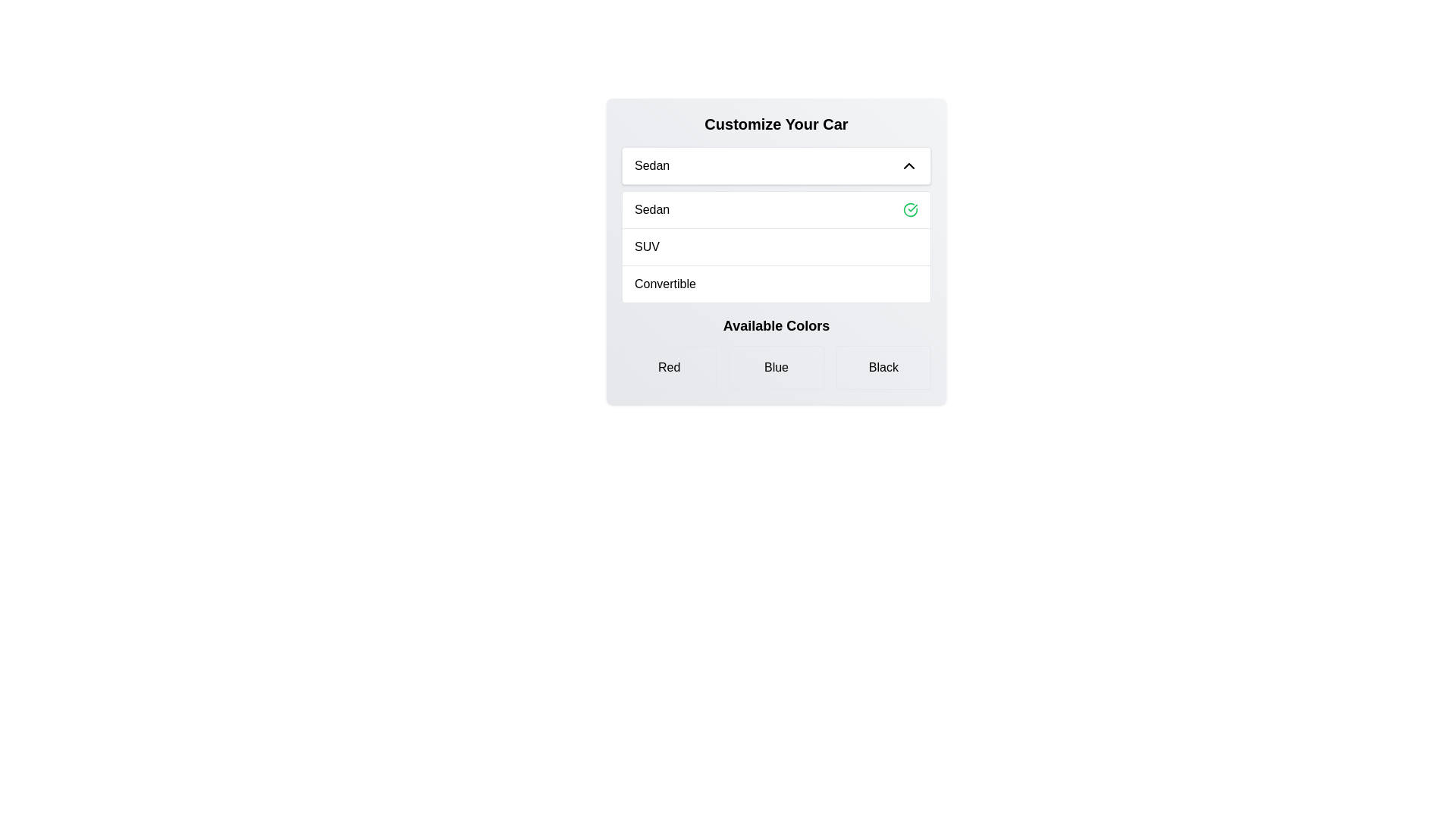 The width and height of the screenshot is (1456, 819). Describe the element at coordinates (668, 368) in the screenshot. I see `the 'Red' button, which is the first button in a grid layout under the section titled 'Available Colors'. This button features rounded corners and a medium font weight text that says 'Red'` at that location.